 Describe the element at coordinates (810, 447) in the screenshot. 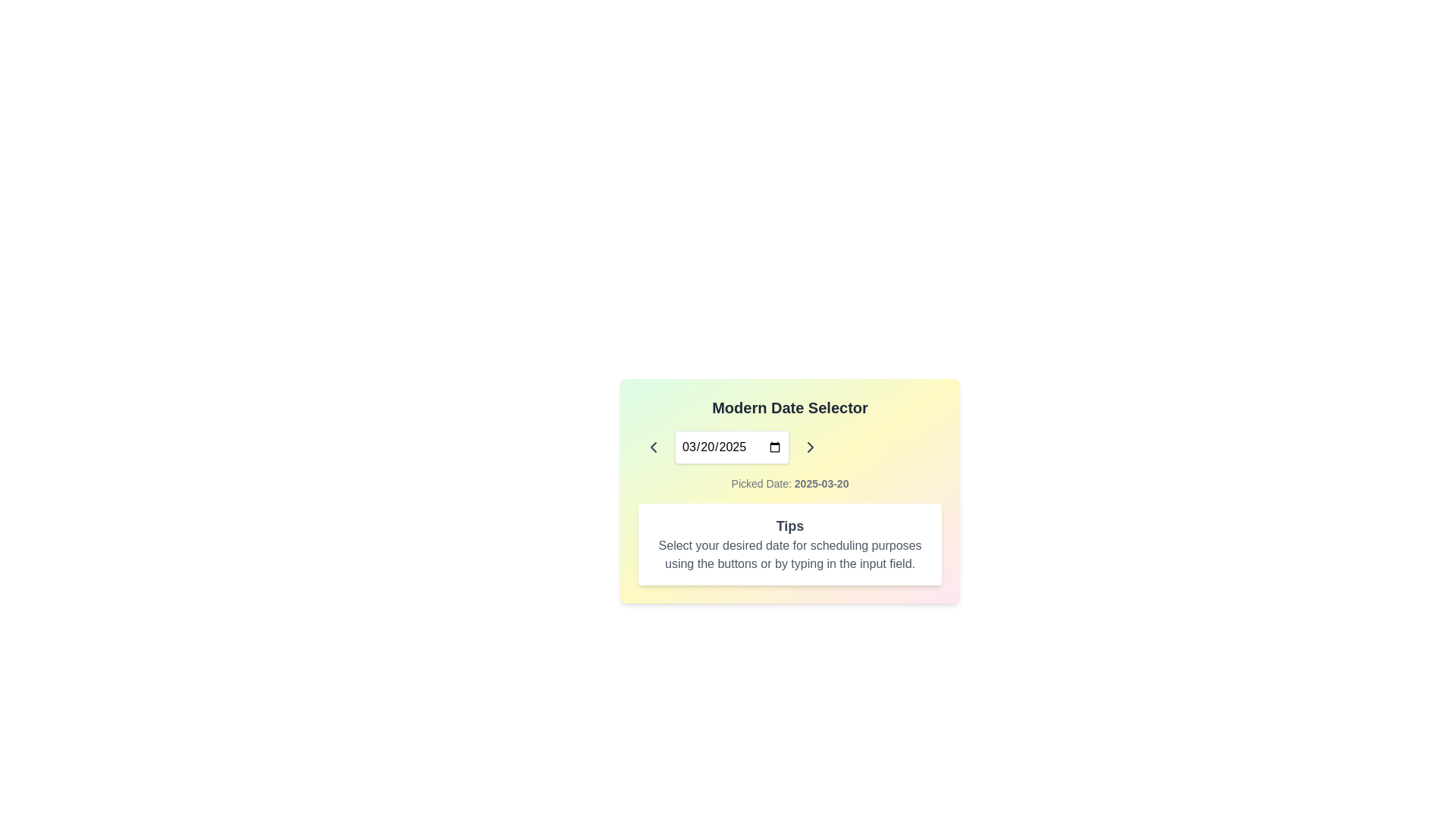

I see `the Chevron Icon located beside the date input field` at that location.